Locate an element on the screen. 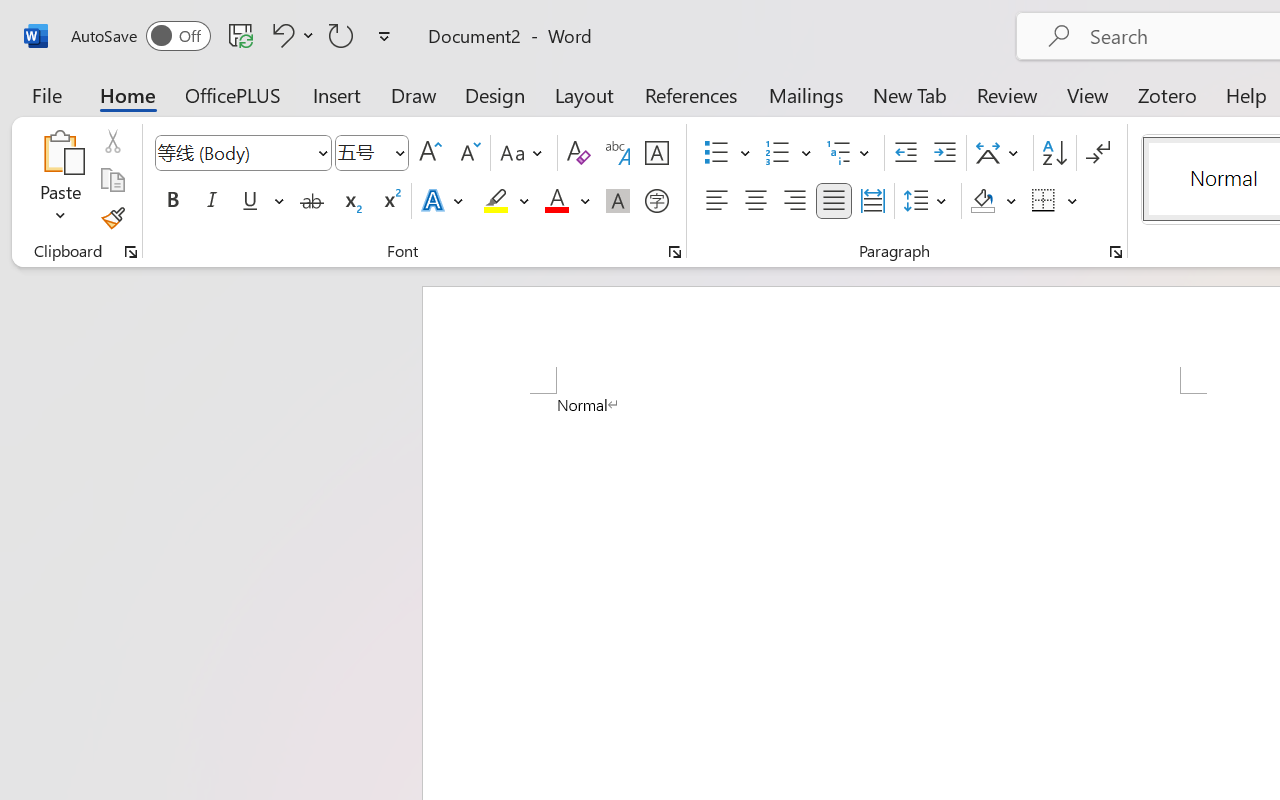  'Enclose Characters...' is located at coordinates (656, 201).